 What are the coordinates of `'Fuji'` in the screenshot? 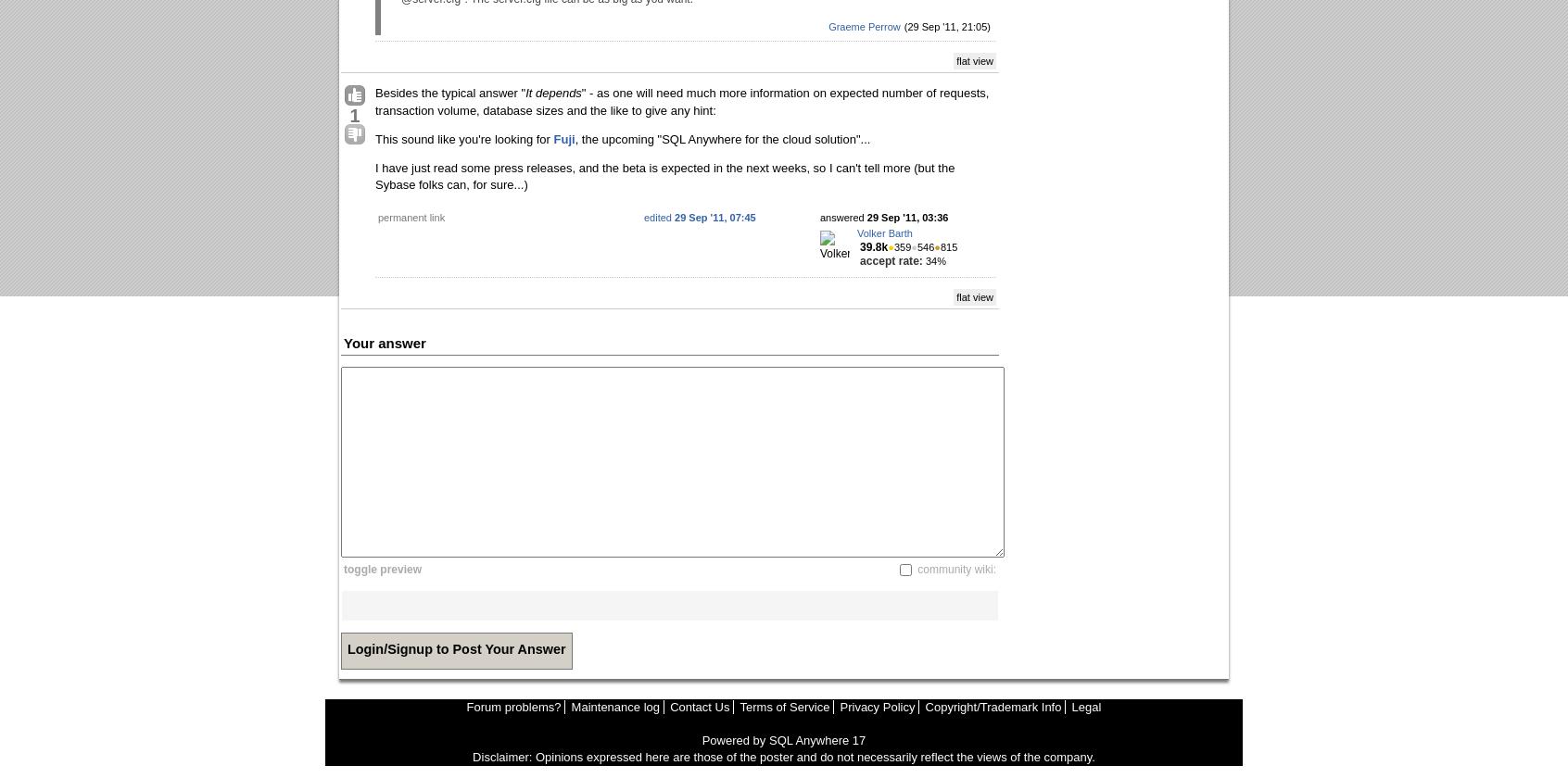 It's located at (563, 138).